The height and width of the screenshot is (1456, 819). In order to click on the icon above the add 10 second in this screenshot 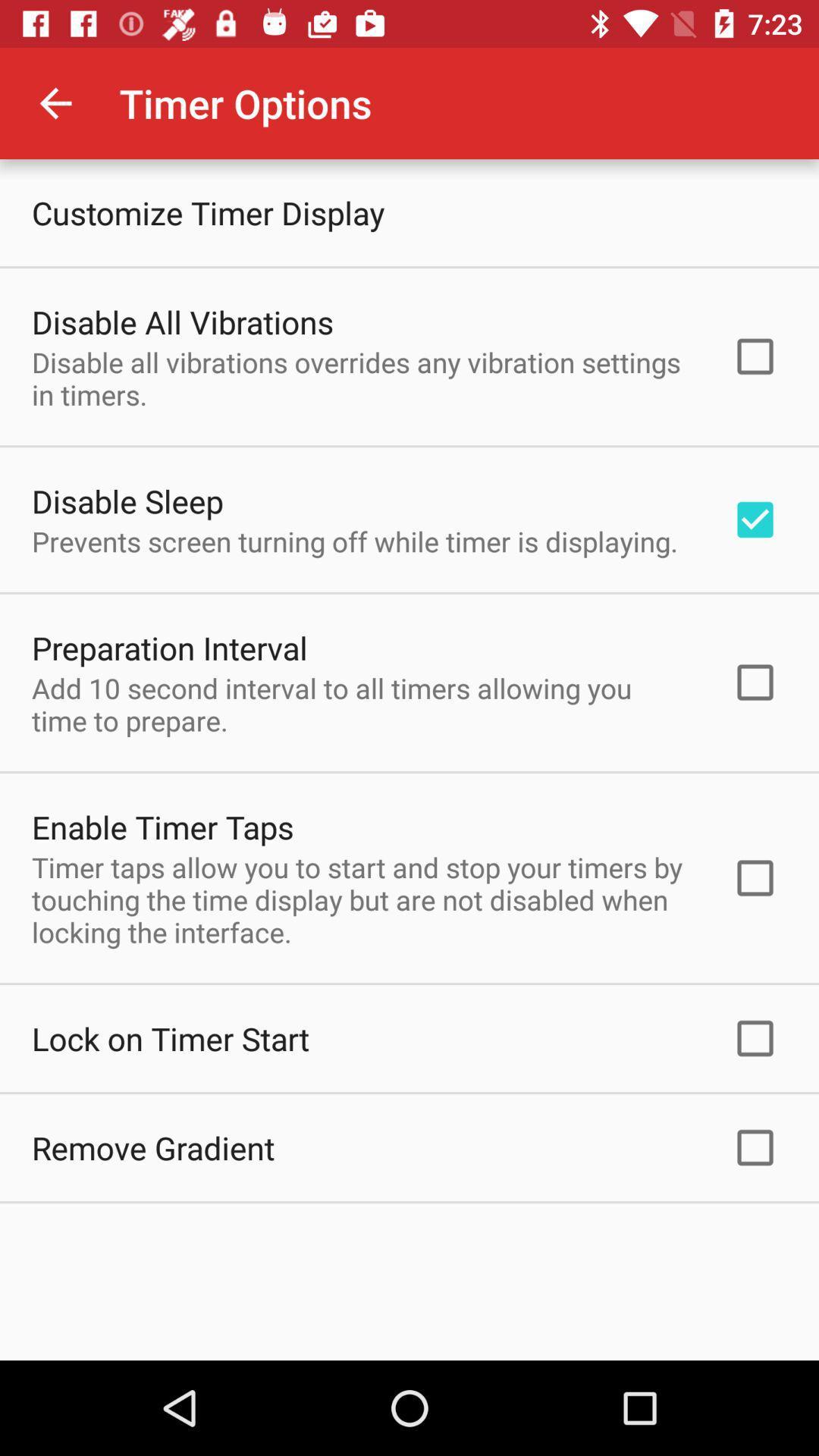, I will do `click(169, 648)`.